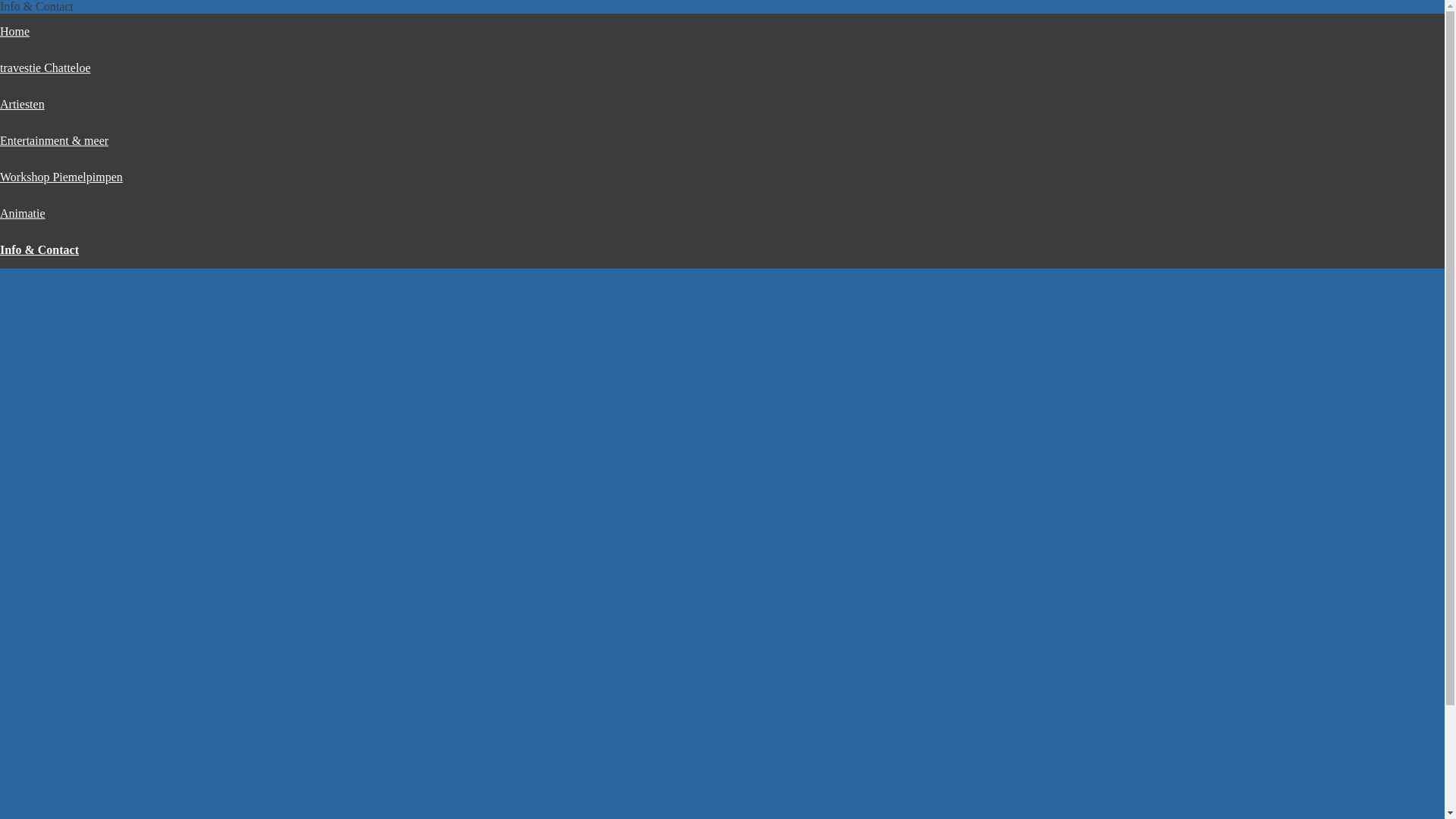  I want to click on 'Entertainment & meer', so click(0, 140).